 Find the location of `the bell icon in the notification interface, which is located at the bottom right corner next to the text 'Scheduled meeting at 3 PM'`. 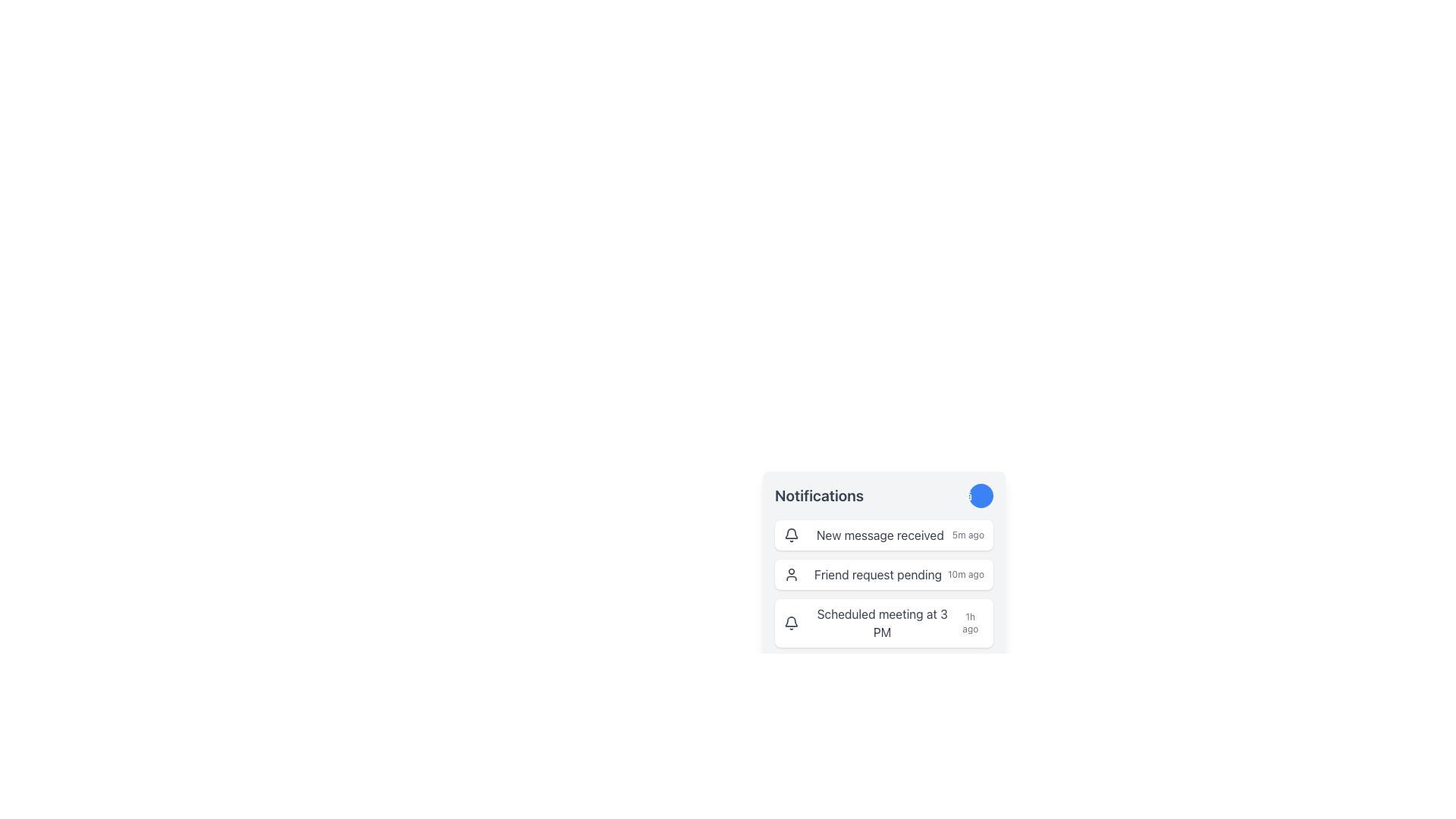

the bell icon in the notification interface, which is located at the bottom right corner next to the text 'Scheduled meeting at 3 PM' is located at coordinates (790, 532).